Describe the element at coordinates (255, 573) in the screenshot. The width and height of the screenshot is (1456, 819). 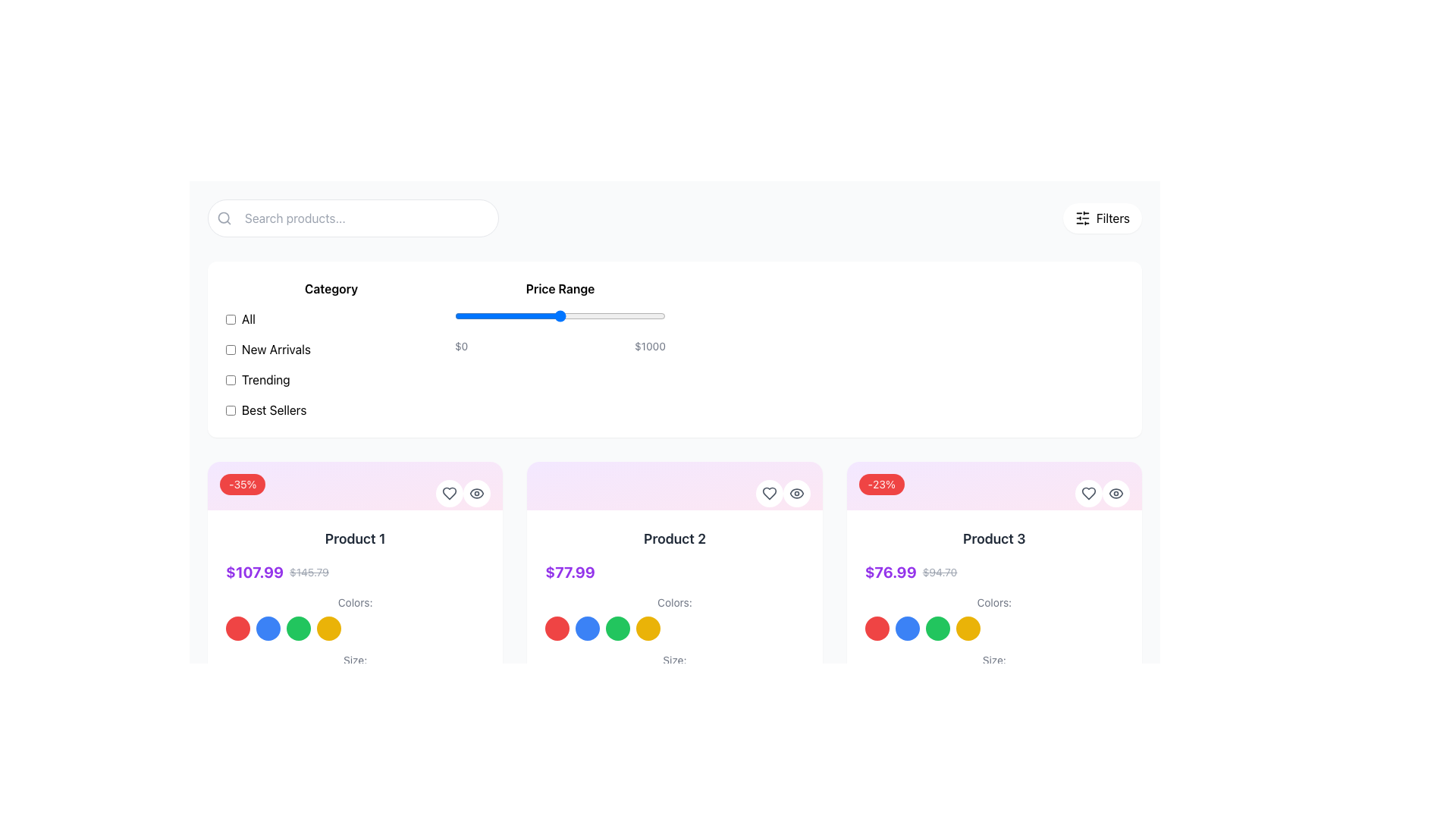
I see `the text label displaying the current price of 'Product 1', which is located in the pricing section of the product card, beneath the product name and above the colors section` at that location.